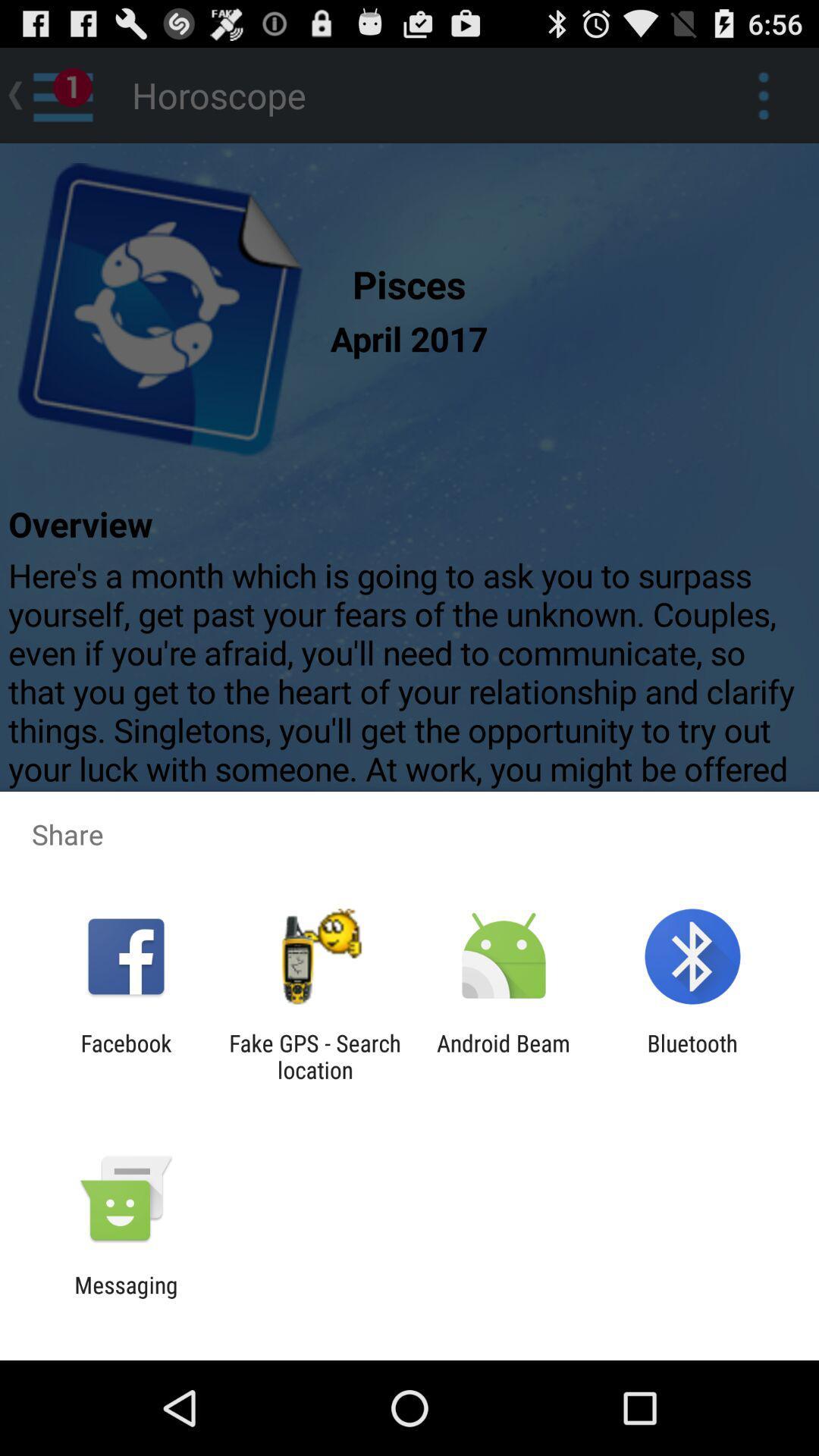  What do you see at coordinates (504, 1056) in the screenshot?
I see `item next to bluetooth item` at bounding box center [504, 1056].